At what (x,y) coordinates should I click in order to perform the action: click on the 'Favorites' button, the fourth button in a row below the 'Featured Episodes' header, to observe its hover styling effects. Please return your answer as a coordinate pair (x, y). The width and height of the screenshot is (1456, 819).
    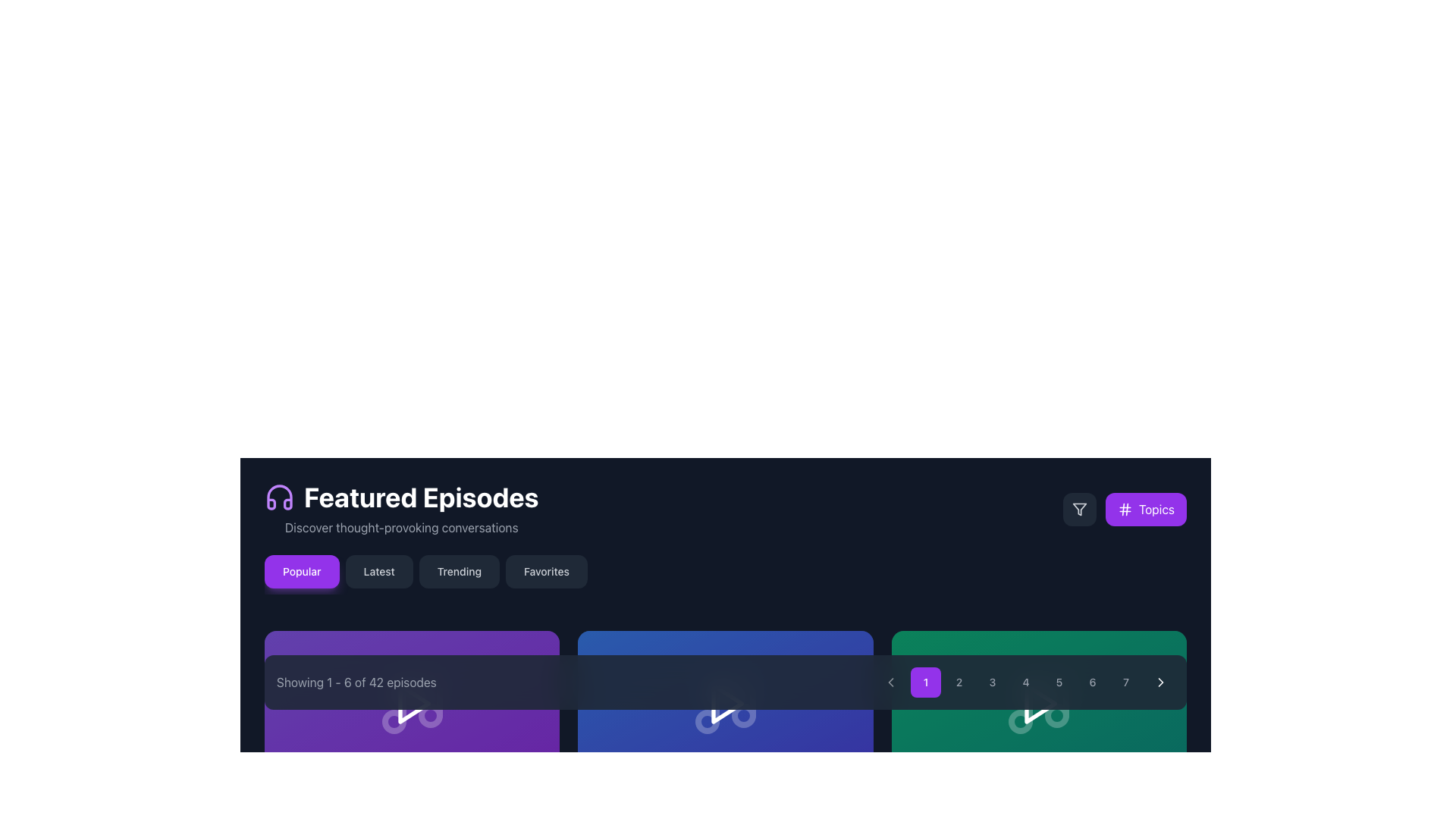
    Looking at the image, I should click on (546, 571).